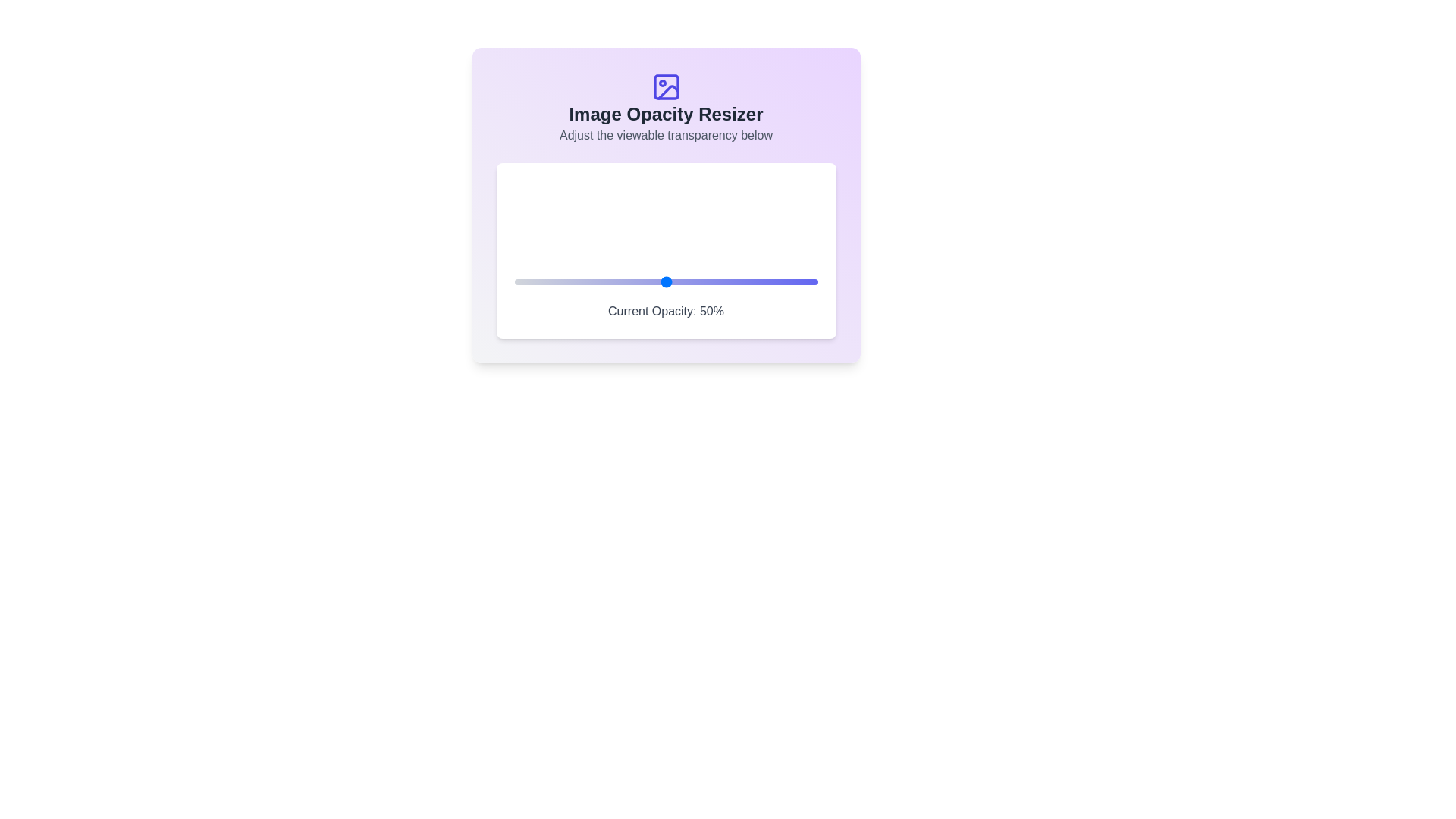 Image resolution: width=1456 pixels, height=819 pixels. What do you see at coordinates (666, 113) in the screenshot?
I see `the header text 'Image Opacity Resizer' for copying` at bounding box center [666, 113].